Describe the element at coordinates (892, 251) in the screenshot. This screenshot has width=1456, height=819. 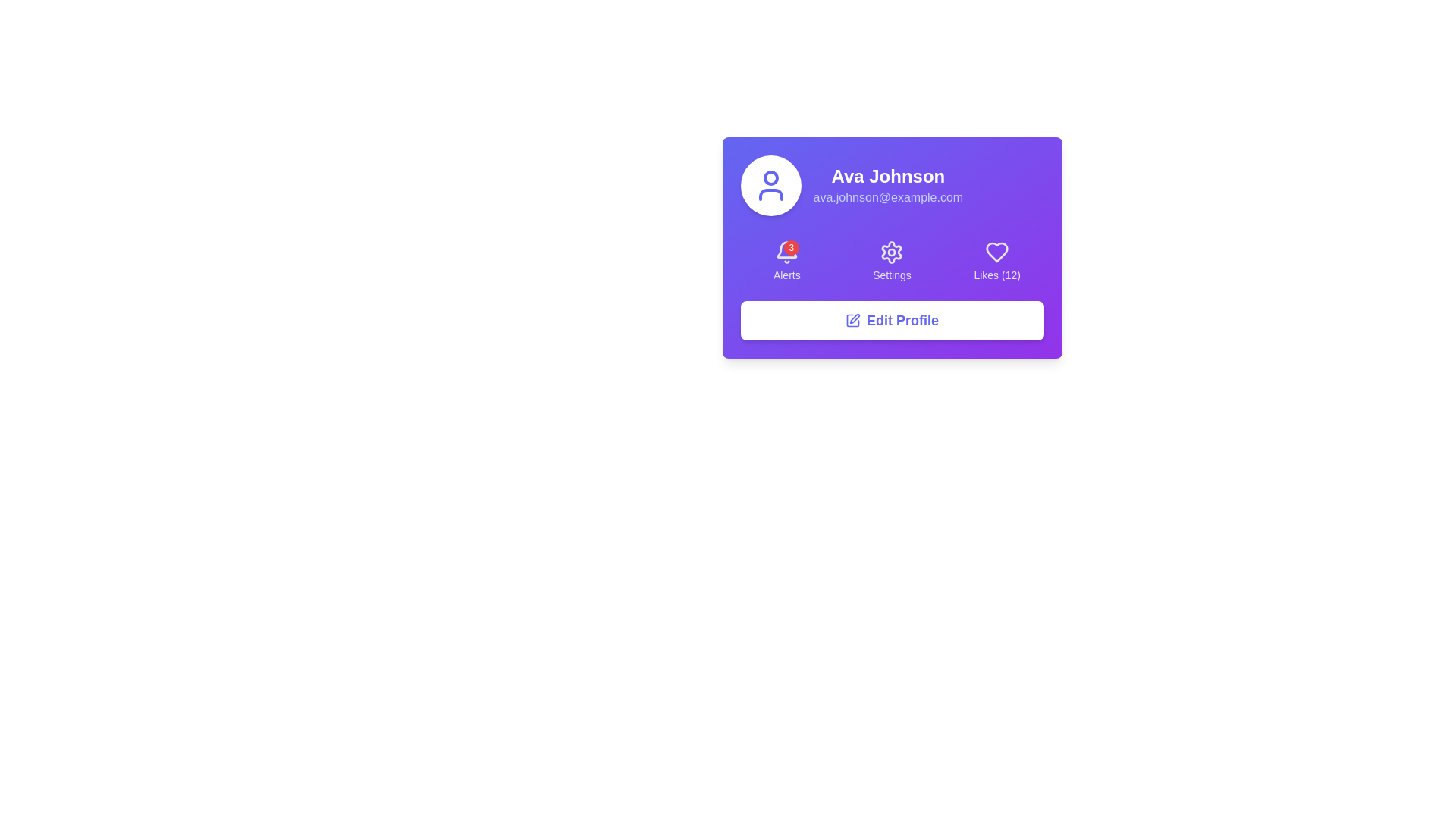
I see `the Gear icon representing the 'Settings' option` at that location.